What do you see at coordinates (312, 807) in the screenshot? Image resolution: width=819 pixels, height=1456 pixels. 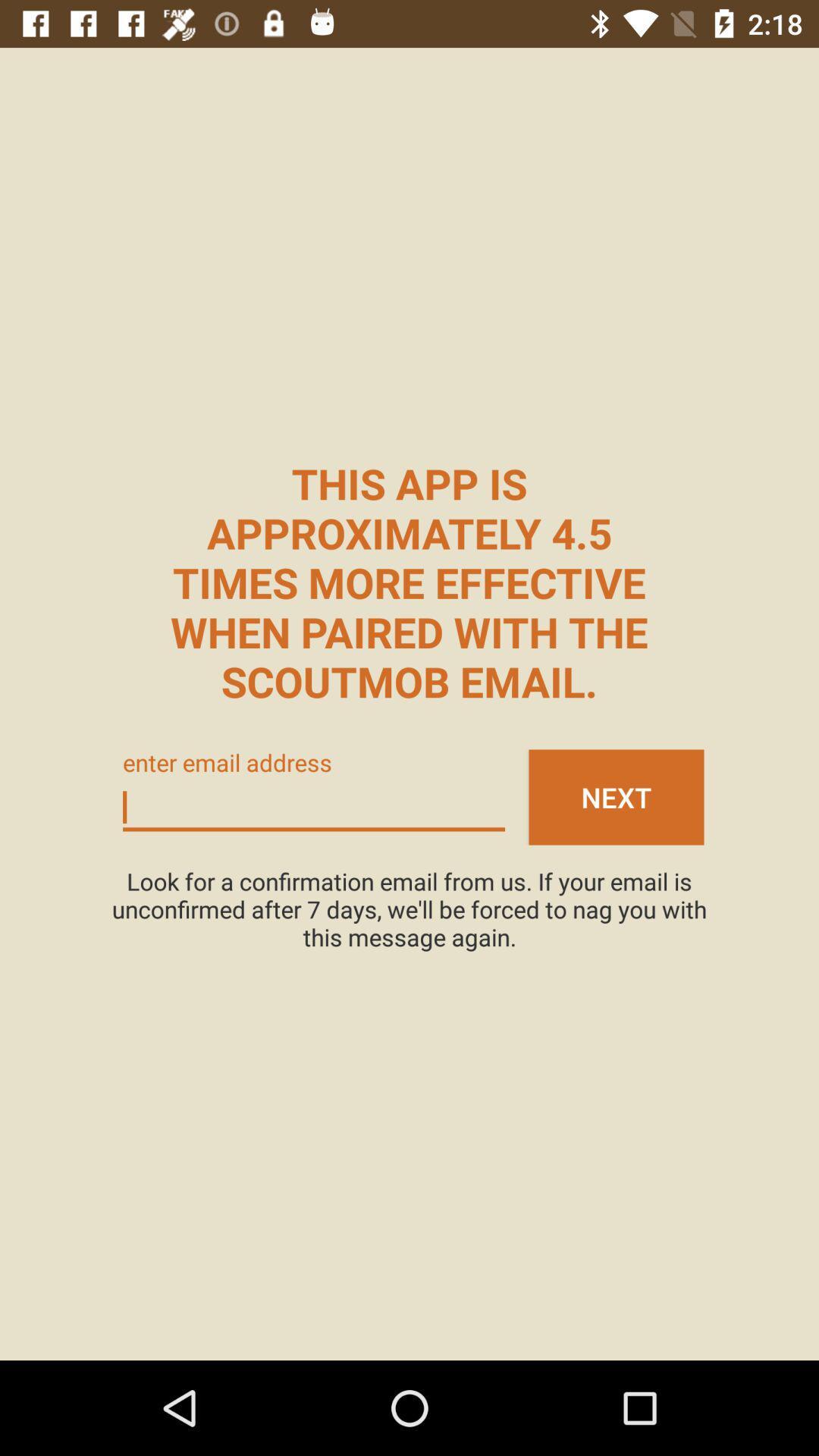 I see `email address` at bounding box center [312, 807].